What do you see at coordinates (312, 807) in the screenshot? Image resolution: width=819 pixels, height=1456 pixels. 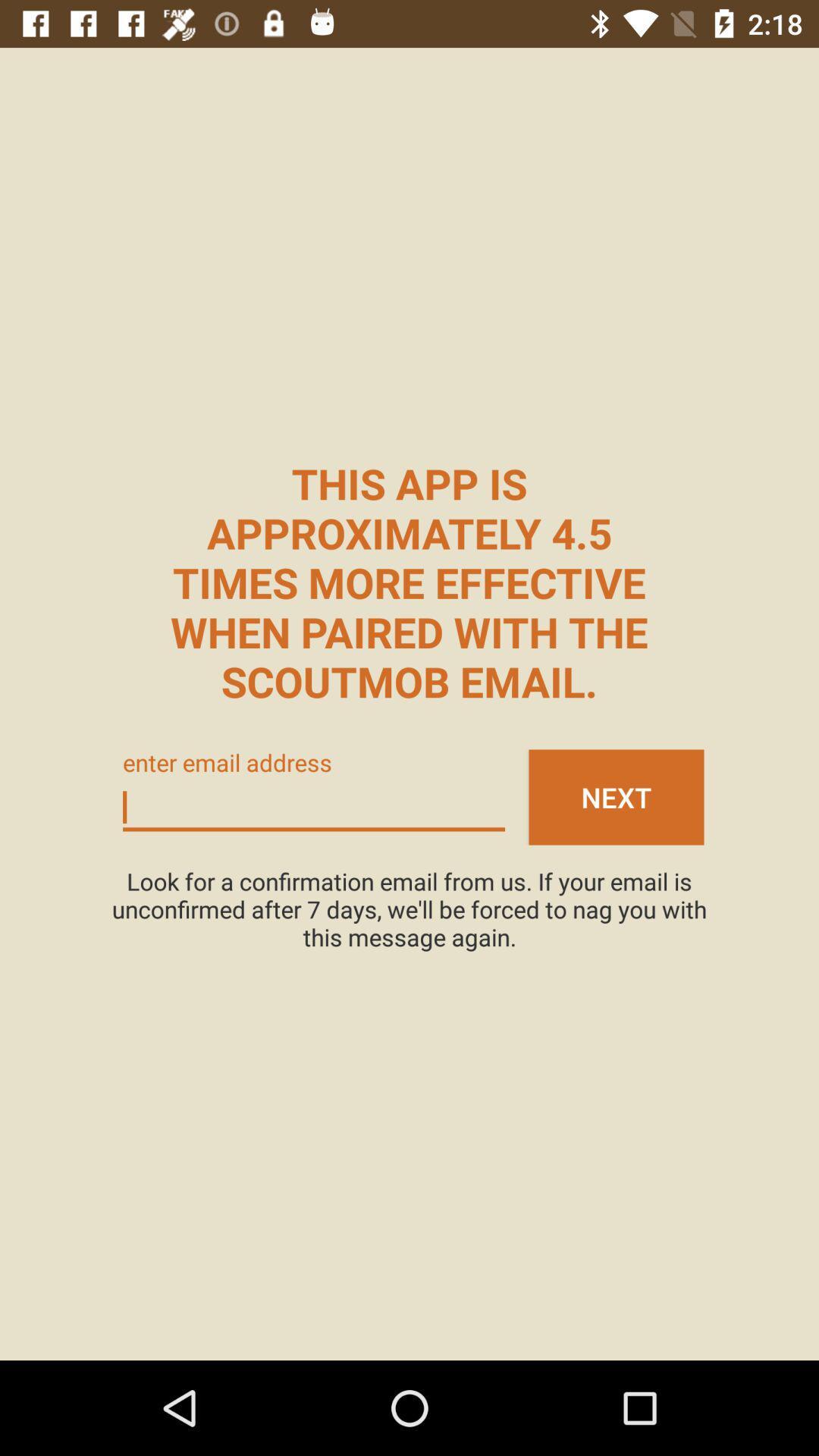 I see `email address` at bounding box center [312, 807].